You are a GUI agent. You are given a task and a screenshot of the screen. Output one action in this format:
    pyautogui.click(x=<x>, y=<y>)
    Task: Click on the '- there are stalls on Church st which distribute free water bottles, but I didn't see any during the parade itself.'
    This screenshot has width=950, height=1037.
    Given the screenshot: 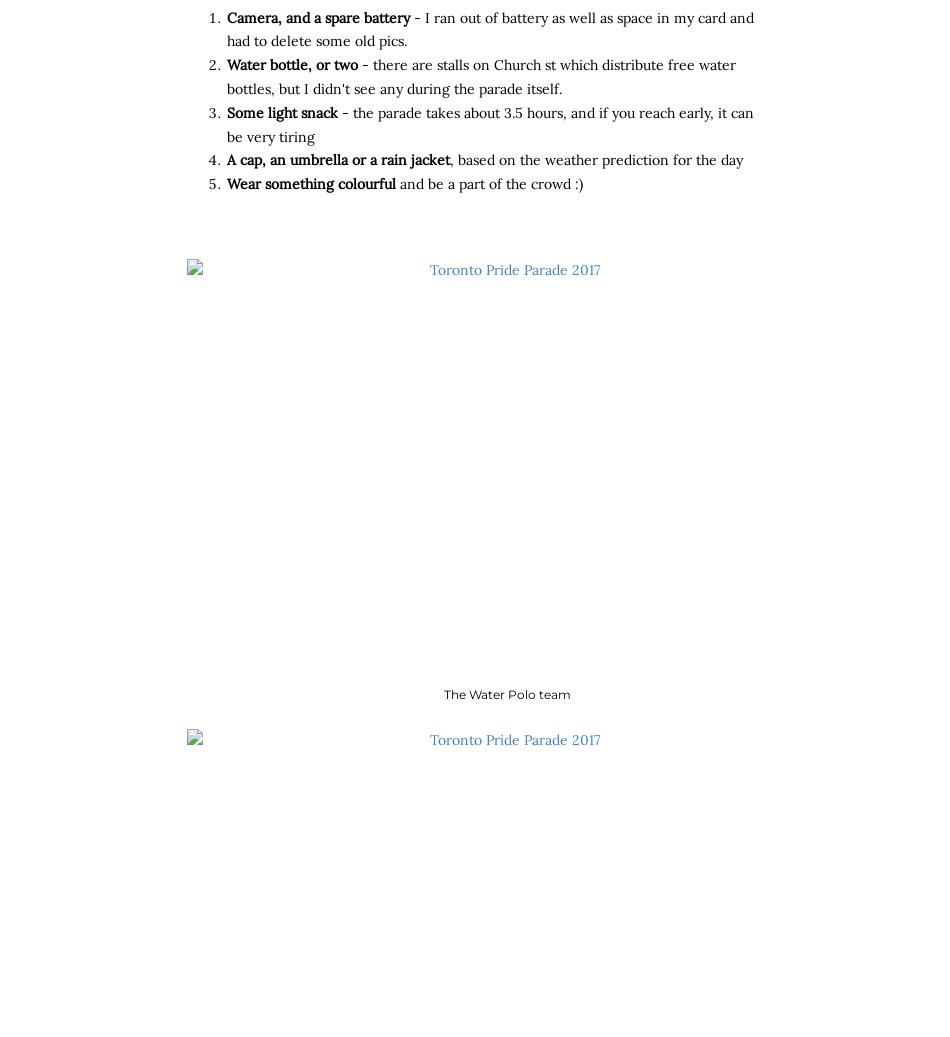 What is the action you would take?
    pyautogui.click(x=481, y=76)
    